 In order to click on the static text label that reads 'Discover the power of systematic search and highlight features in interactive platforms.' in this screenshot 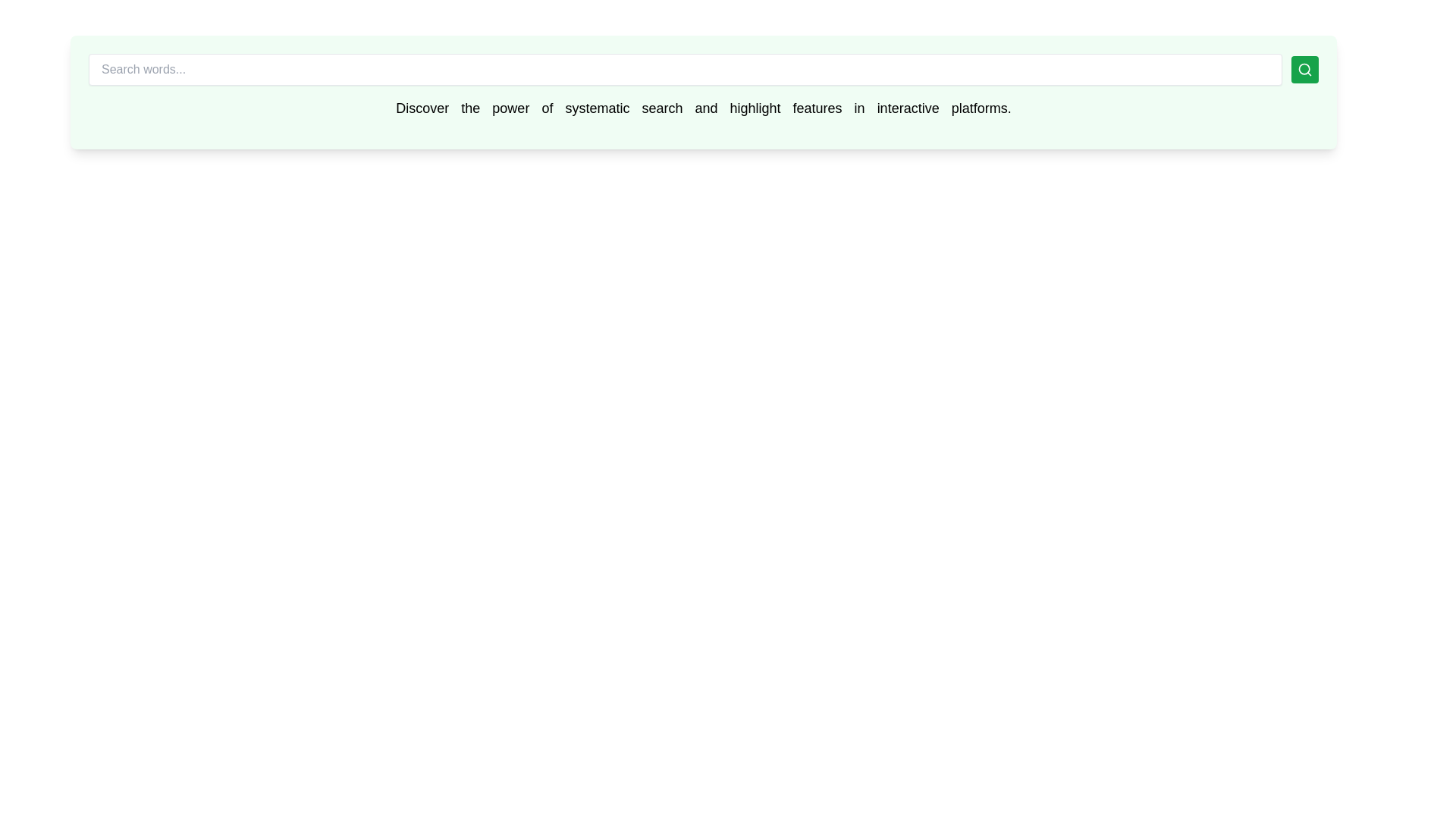, I will do `click(702, 107)`.